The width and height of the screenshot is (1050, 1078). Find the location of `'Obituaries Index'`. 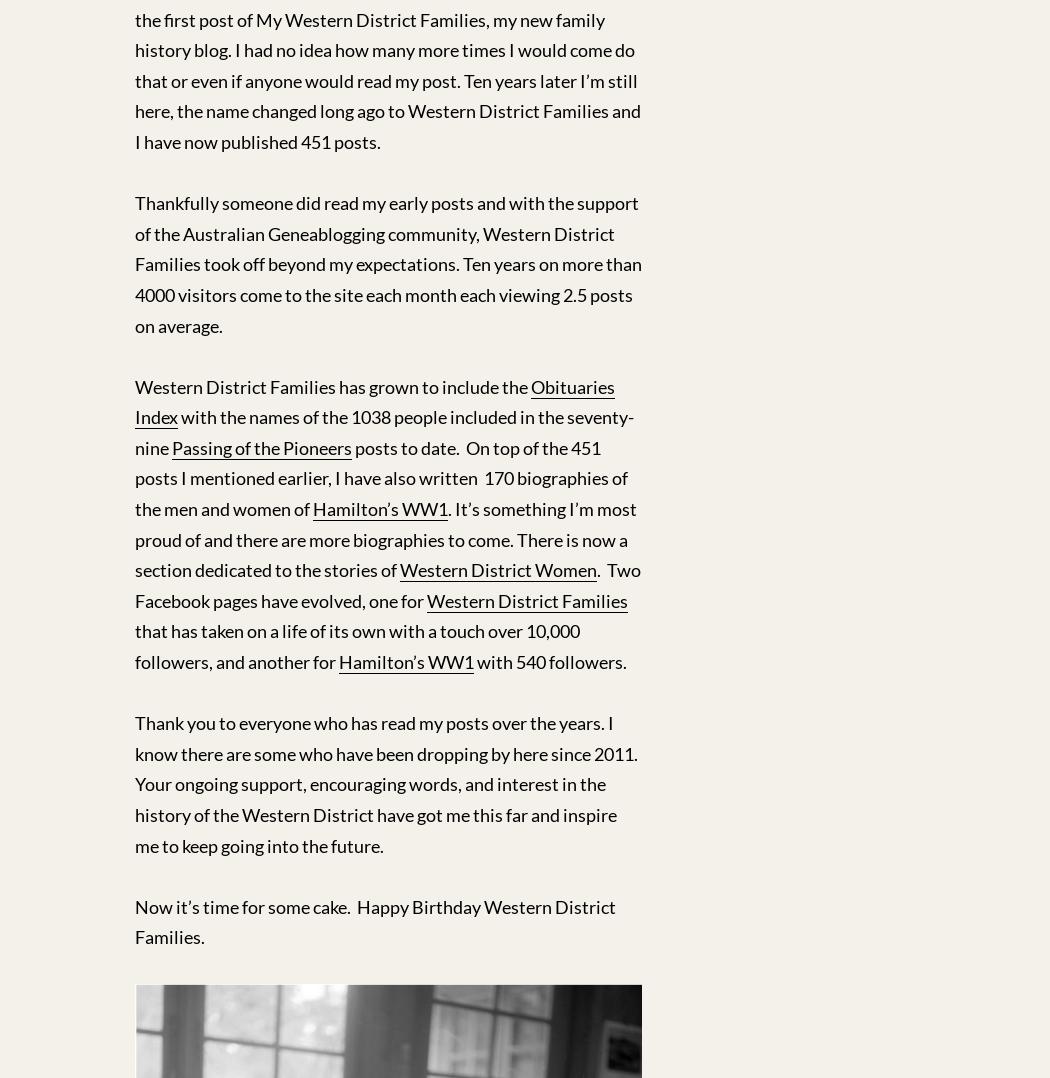

'Obituaries Index' is located at coordinates (373, 400).